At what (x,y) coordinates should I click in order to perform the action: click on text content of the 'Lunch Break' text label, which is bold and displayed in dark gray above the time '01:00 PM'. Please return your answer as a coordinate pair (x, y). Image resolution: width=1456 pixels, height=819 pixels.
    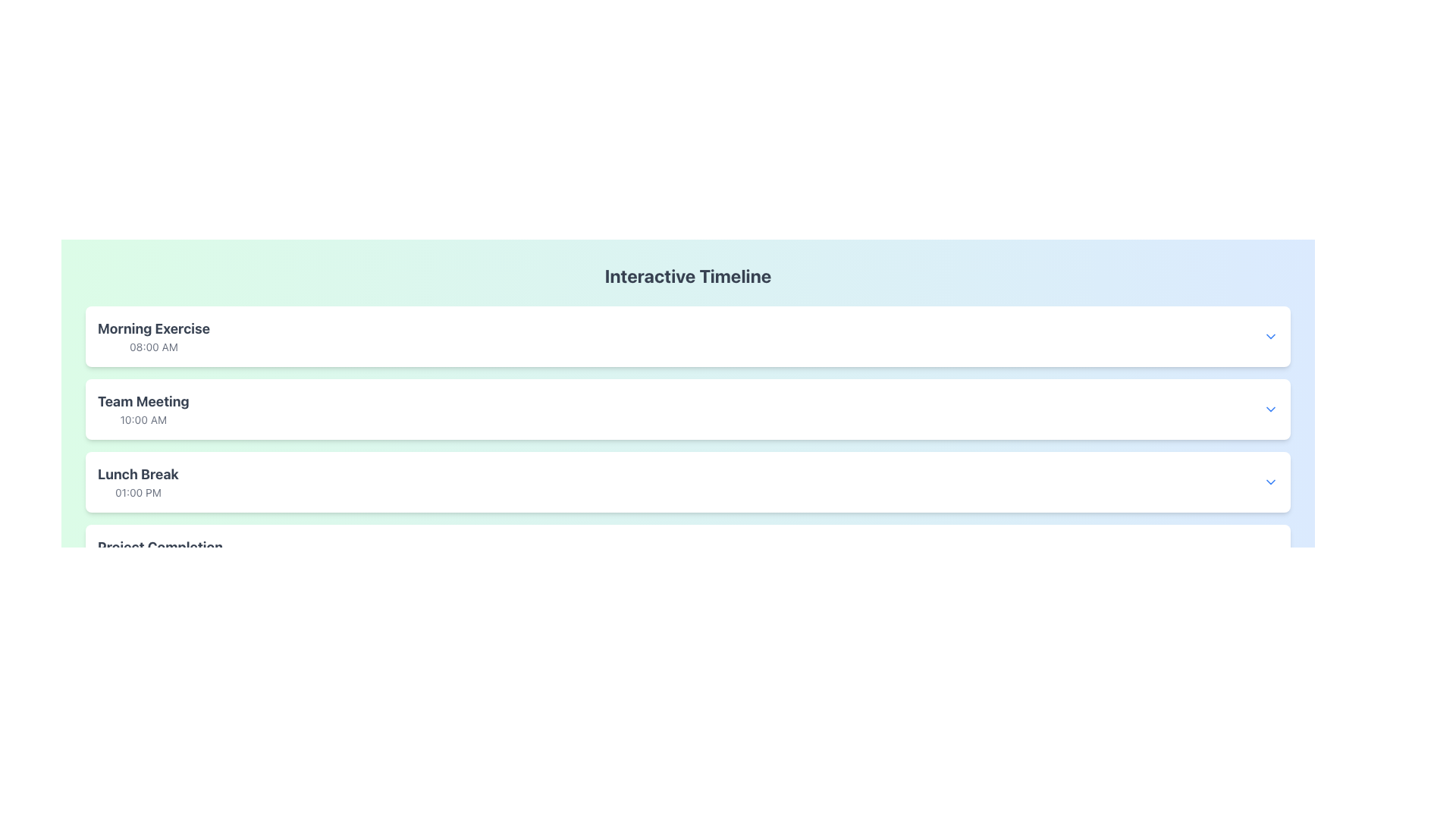
    Looking at the image, I should click on (138, 473).